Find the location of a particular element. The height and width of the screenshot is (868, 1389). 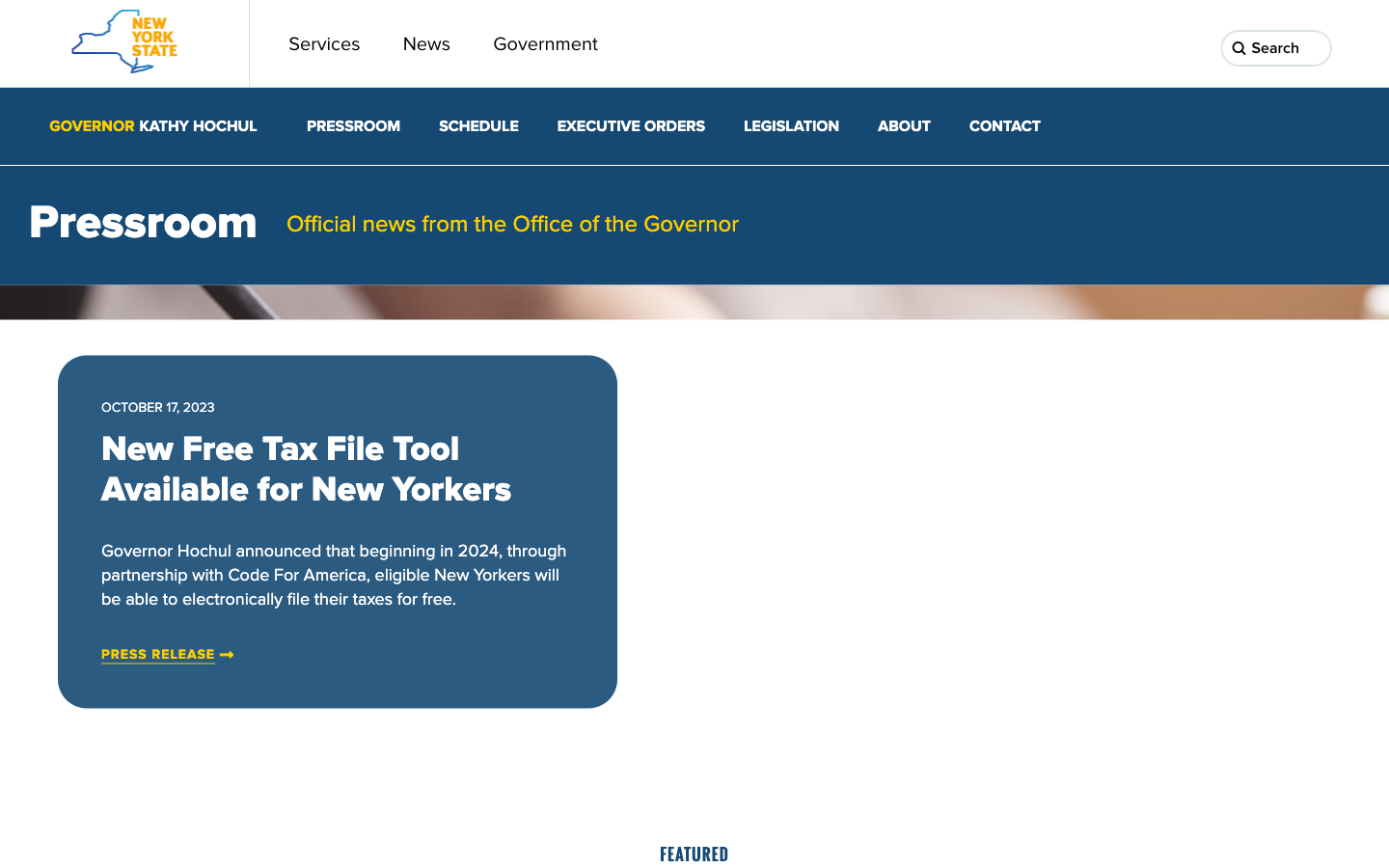

Contact the office of Governor Kathy Hochul by clicking on the contact button is located at coordinates (1004, 126).